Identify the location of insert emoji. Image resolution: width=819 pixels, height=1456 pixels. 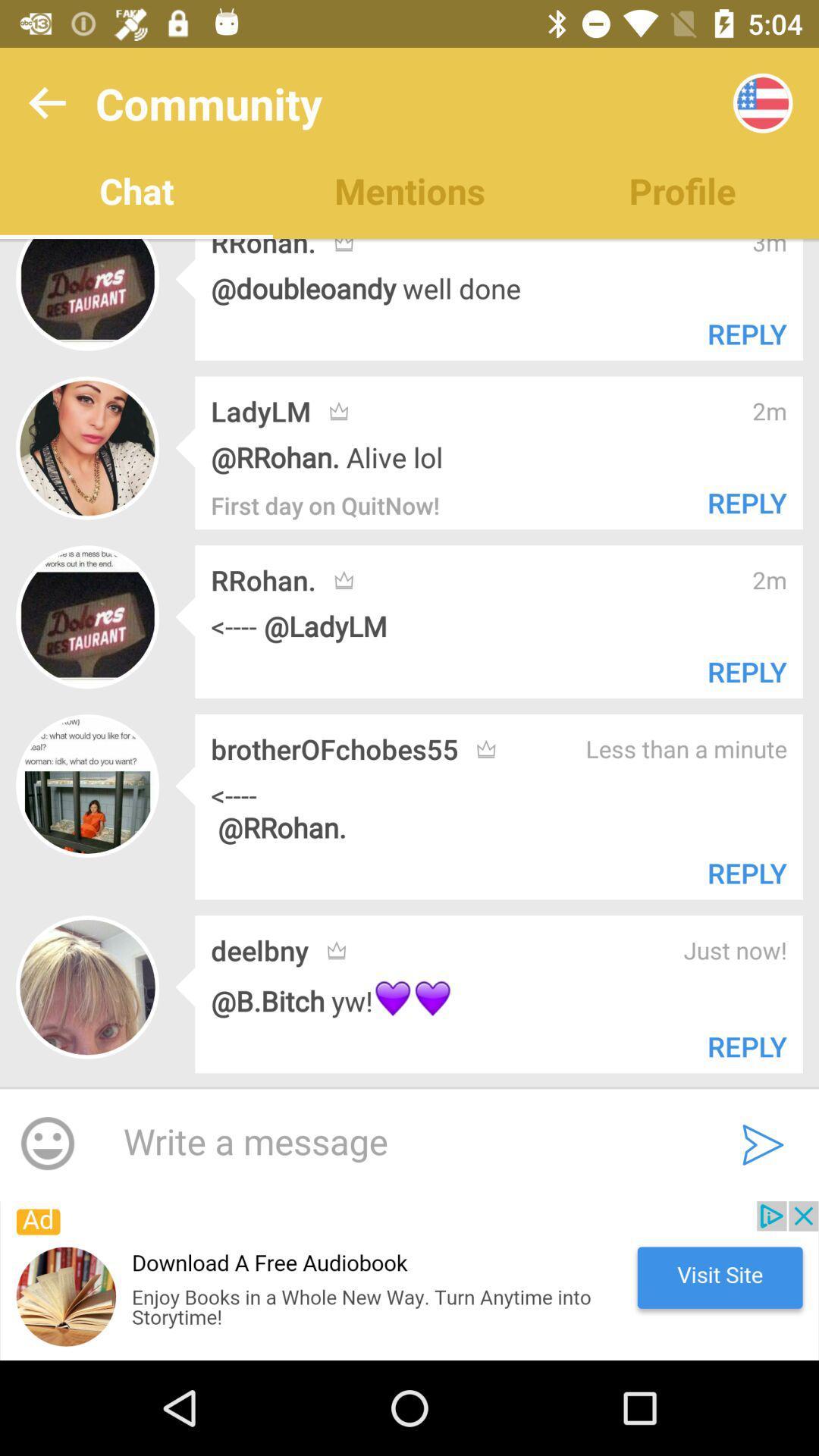
(46, 1144).